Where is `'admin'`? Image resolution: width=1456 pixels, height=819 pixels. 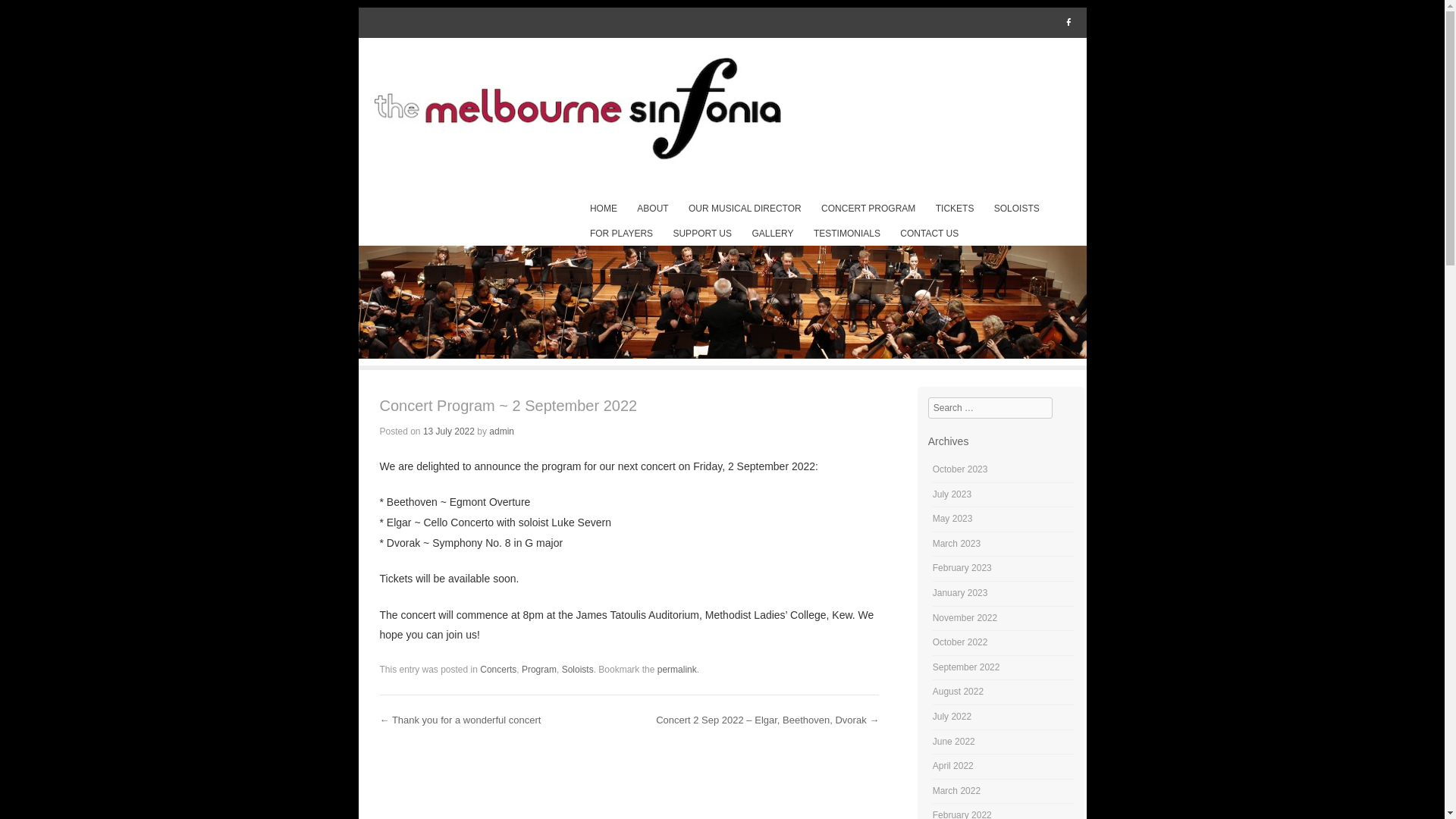 'admin' is located at coordinates (501, 431).